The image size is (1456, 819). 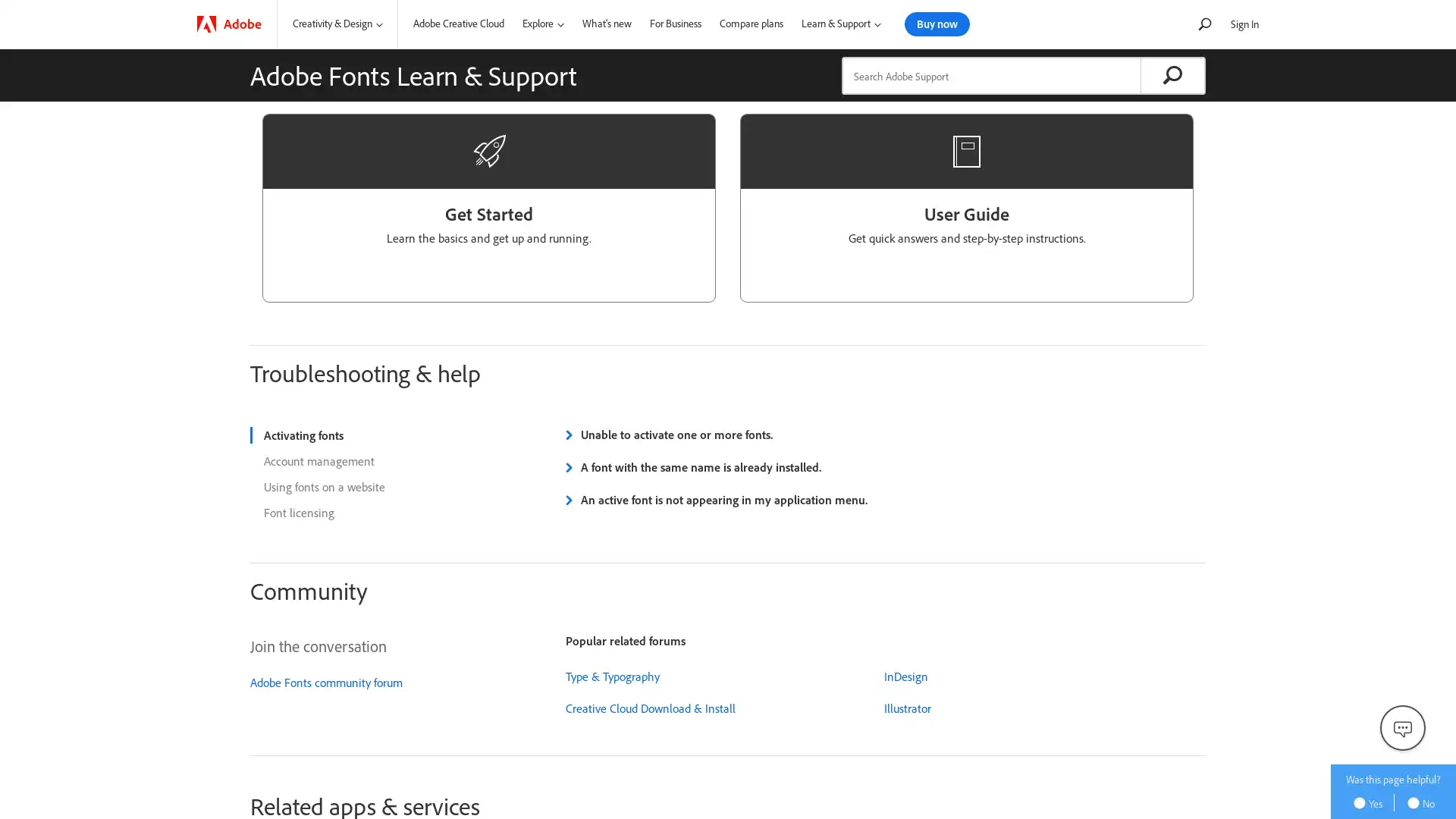 I want to click on Unable to activate one or more fonts., so click(x=667, y=435).